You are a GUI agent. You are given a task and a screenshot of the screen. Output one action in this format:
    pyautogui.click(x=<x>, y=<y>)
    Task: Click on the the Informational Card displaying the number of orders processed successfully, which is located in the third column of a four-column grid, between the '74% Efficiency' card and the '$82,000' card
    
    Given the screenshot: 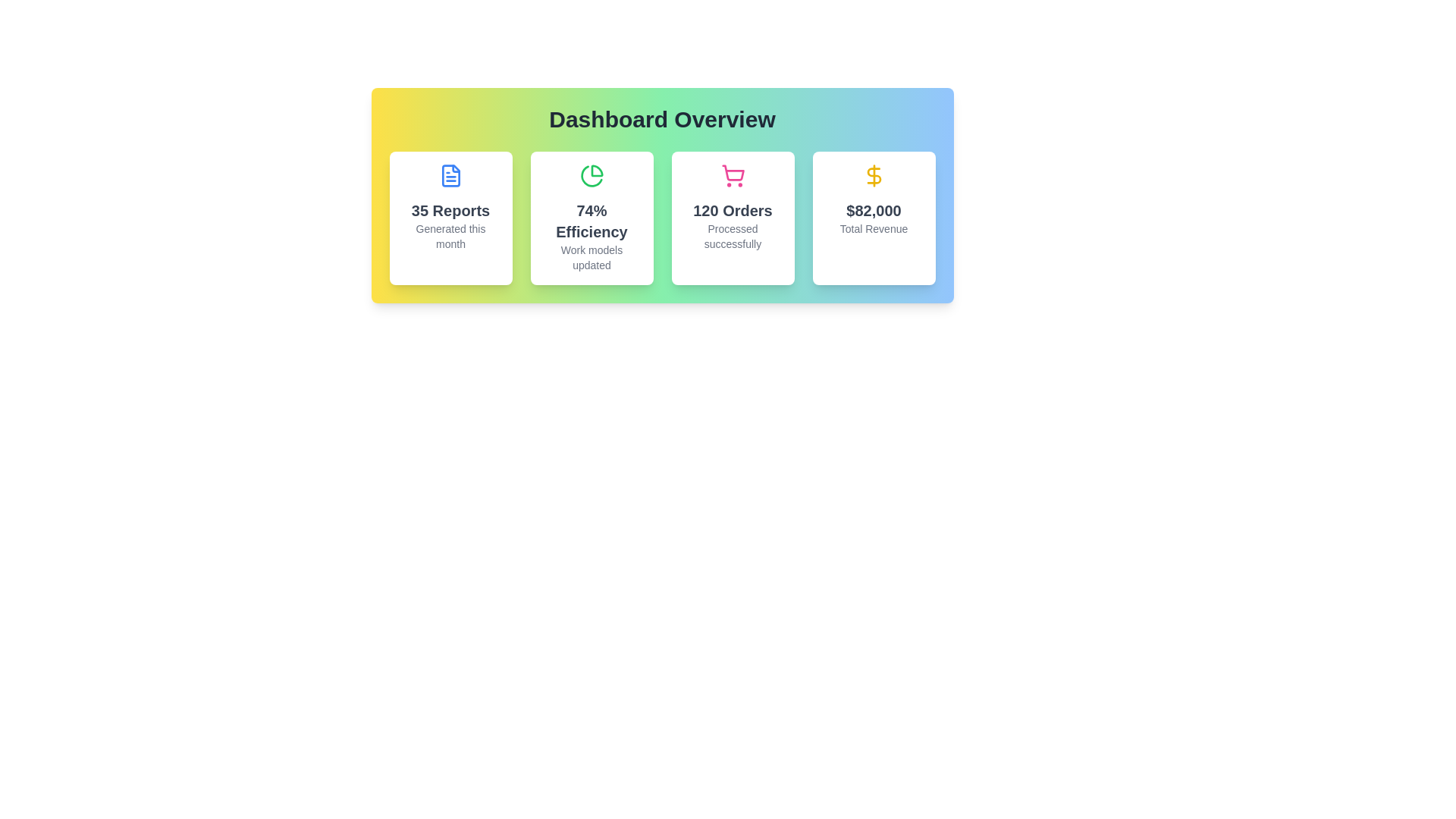 What is the action you would take?
    pyautogui.click(x=733, y=218)
    